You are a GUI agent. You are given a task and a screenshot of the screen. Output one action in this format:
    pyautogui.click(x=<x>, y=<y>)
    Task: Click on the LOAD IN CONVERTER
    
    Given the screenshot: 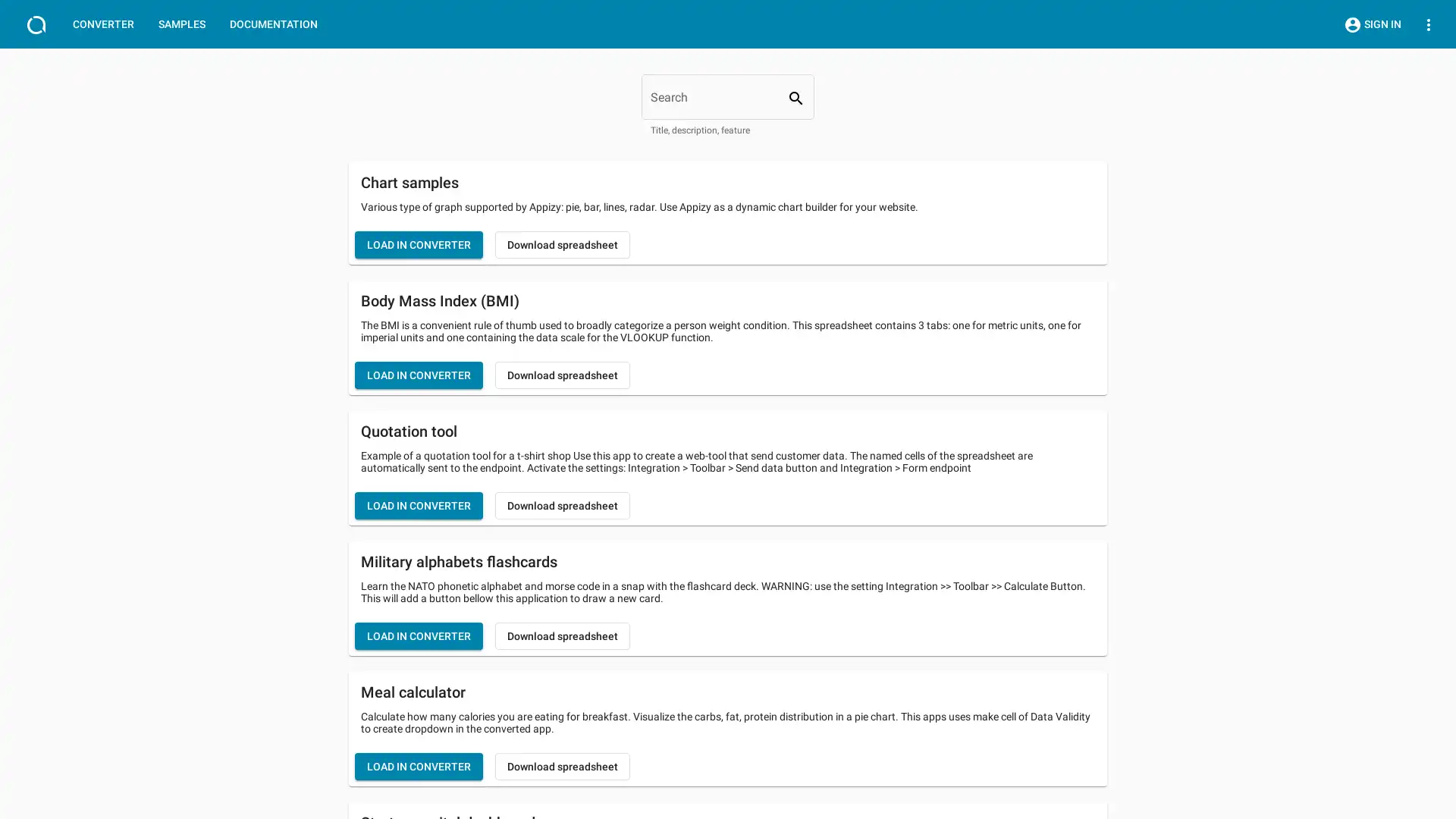 What is the action you would take?
    pyautogui.click(x=419, y=636)
    